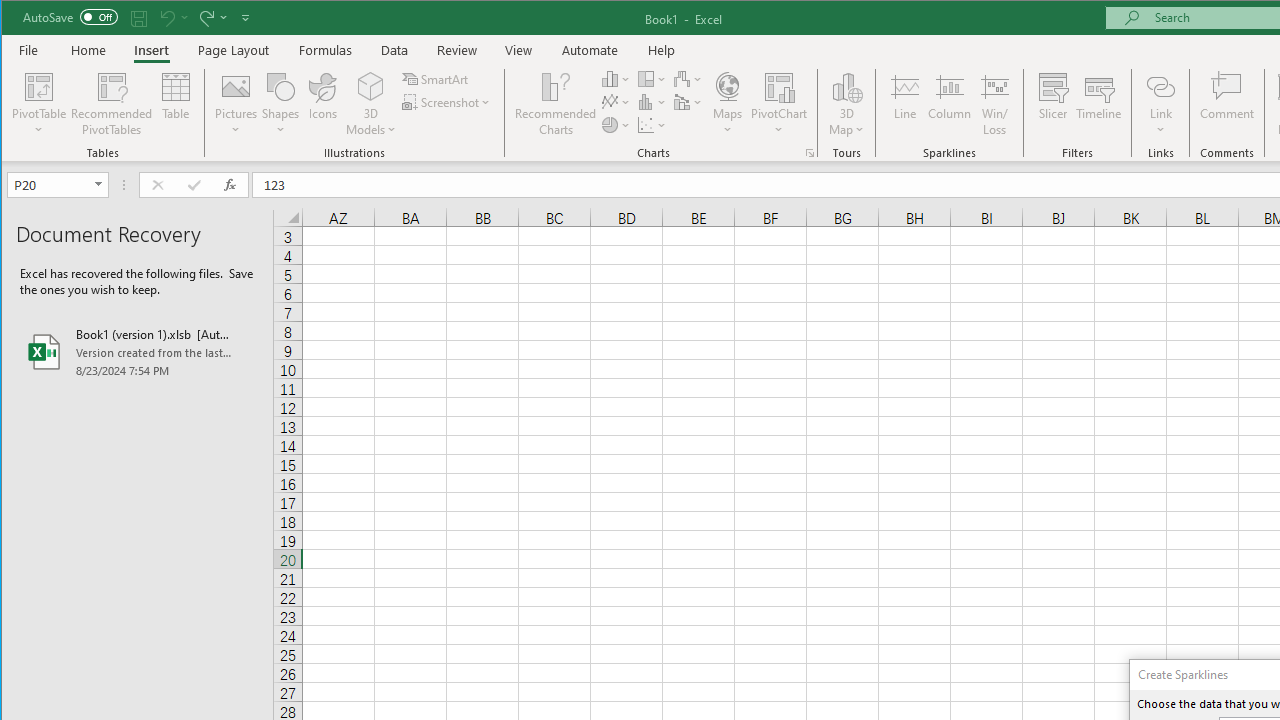 This screenshot has width=1280, height=720. Describe the element at coordinates (652, 102) in the screenshot. I see `'Insert Statistic Chart'` at that location.